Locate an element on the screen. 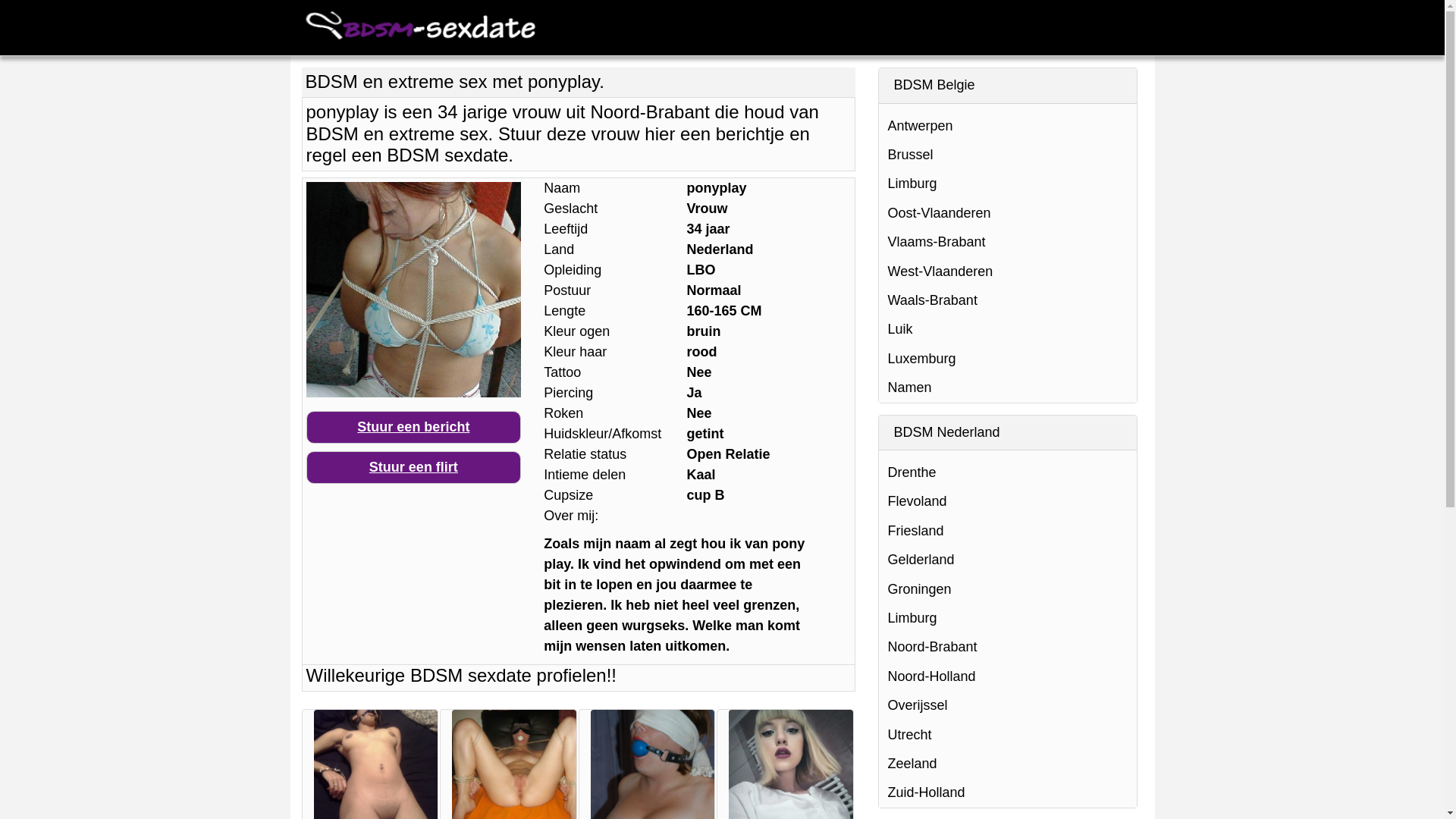 The height and width of the screenshot is (819, 1456). 'Zeeland' is located at coordinates (1007, 763).